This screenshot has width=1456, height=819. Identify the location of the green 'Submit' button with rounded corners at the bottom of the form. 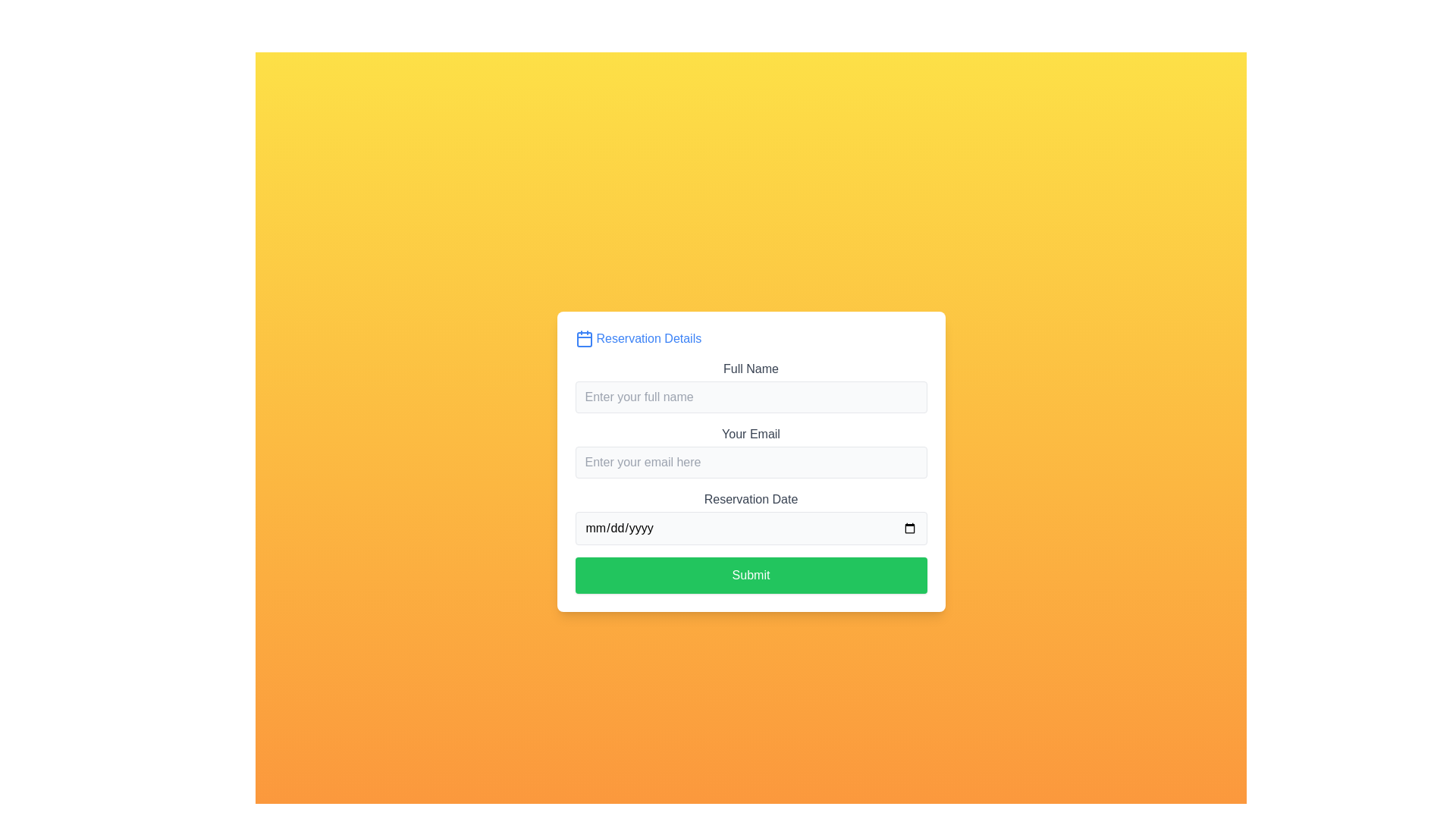
(751, 576).